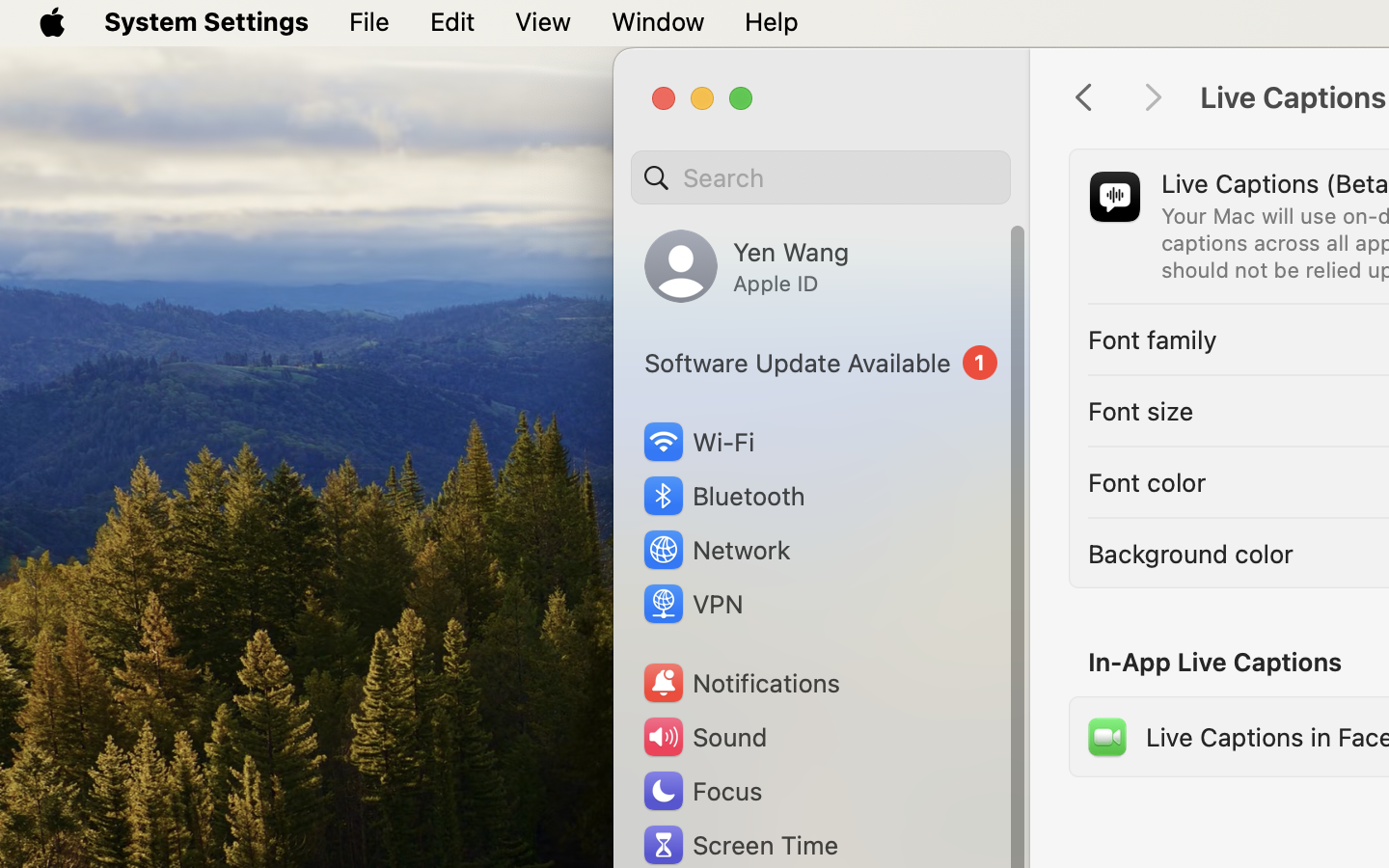  Describe the element at coordinates (691, 604) in the screenshot. I see `'VPN'` at that location.